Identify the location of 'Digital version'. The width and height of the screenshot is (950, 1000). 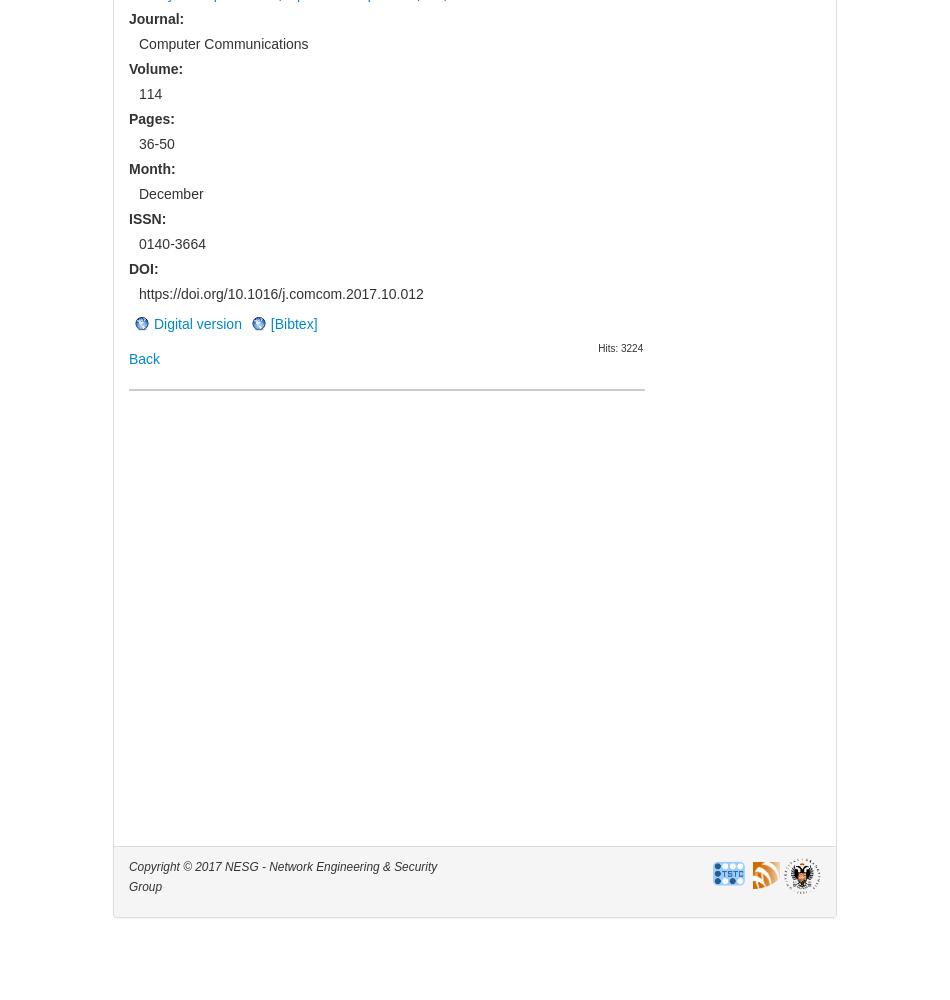
(197, 322).